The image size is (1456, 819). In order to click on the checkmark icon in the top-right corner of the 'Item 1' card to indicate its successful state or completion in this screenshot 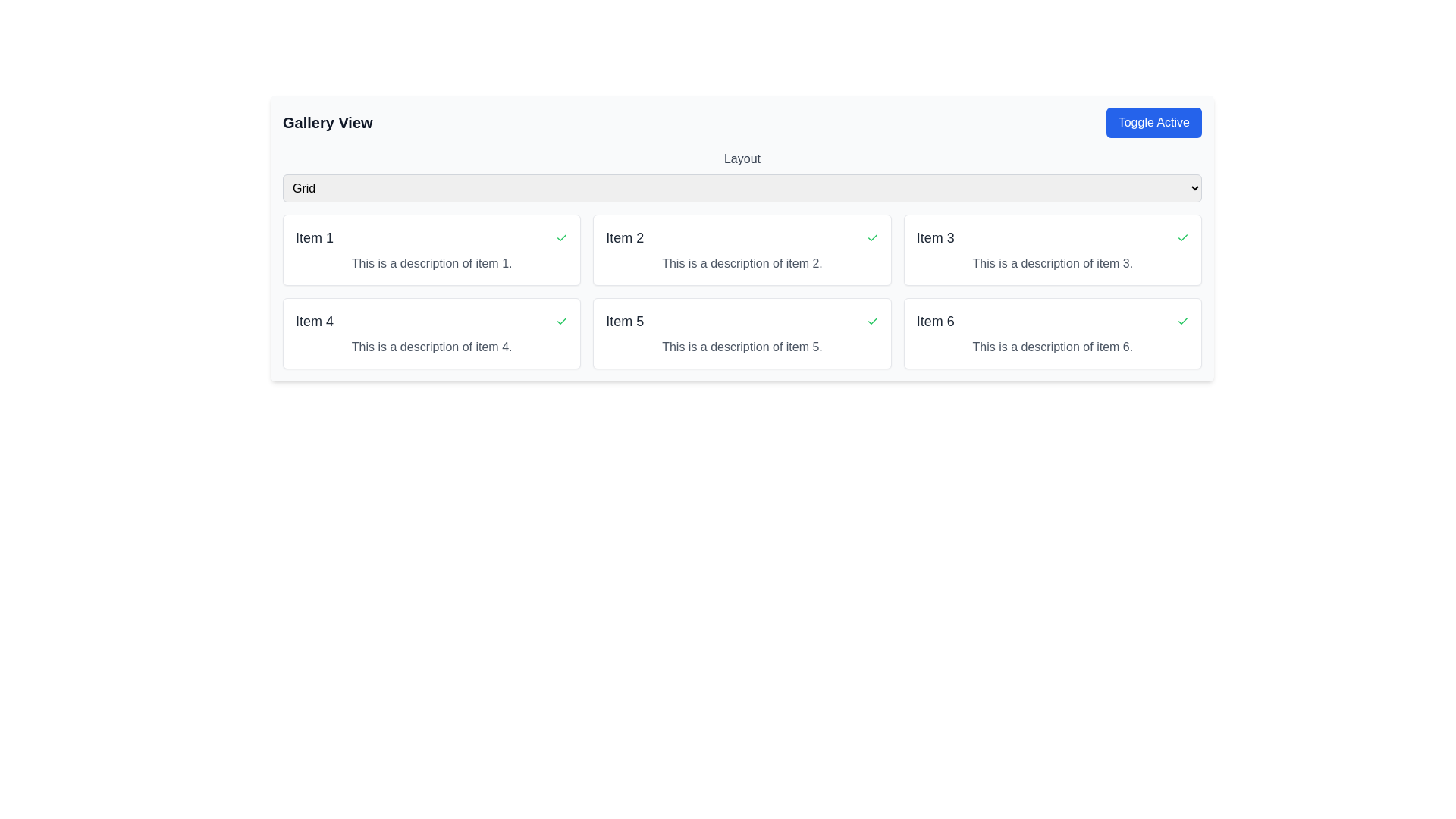, I will do `click(561, 237)`.